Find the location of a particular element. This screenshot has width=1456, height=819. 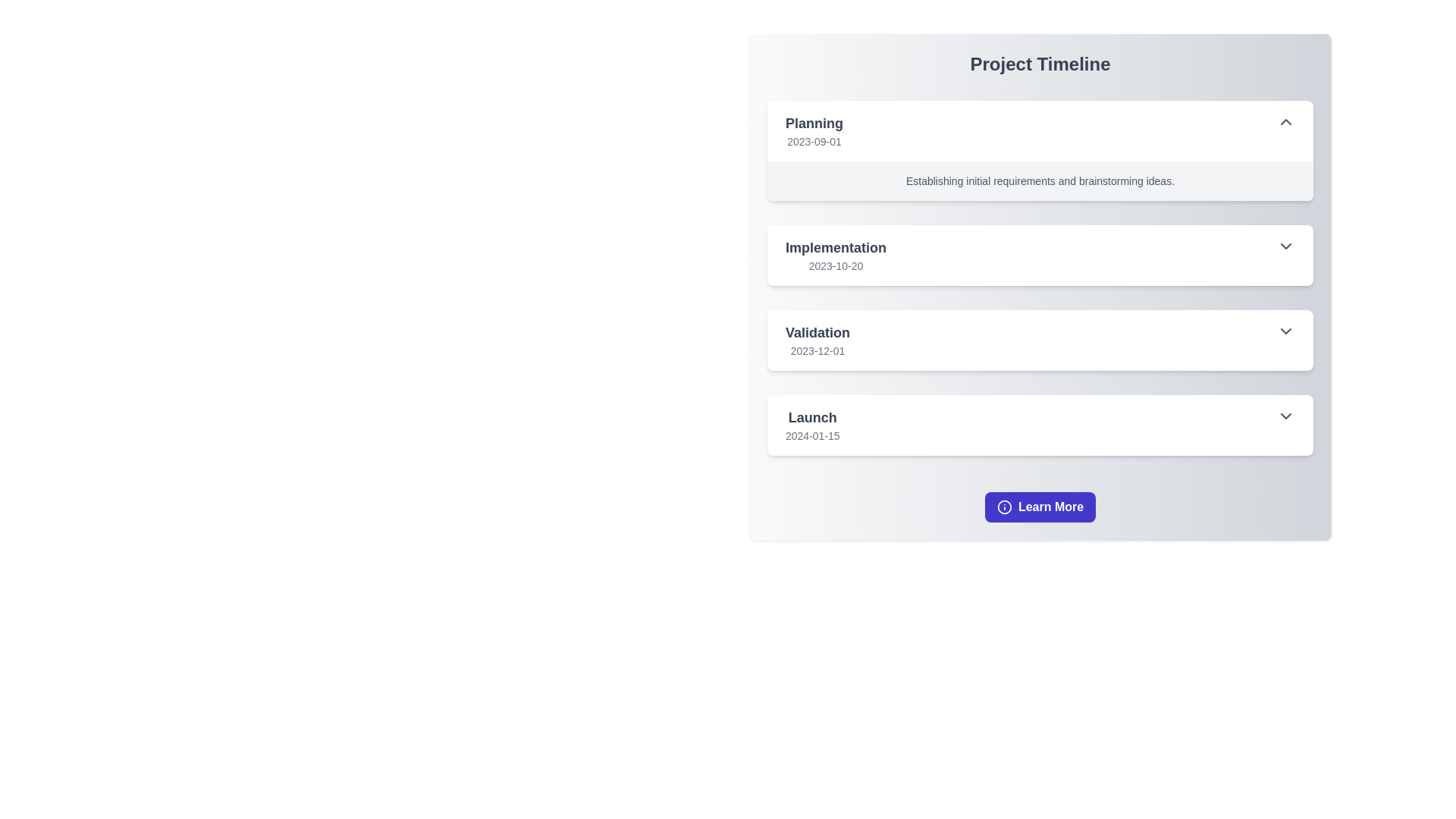

the 'Planning' text label, which is displayed in bold, large dark gray font at the beginning of the 'Project Timeline' segment is located at coordinates (814, 122).